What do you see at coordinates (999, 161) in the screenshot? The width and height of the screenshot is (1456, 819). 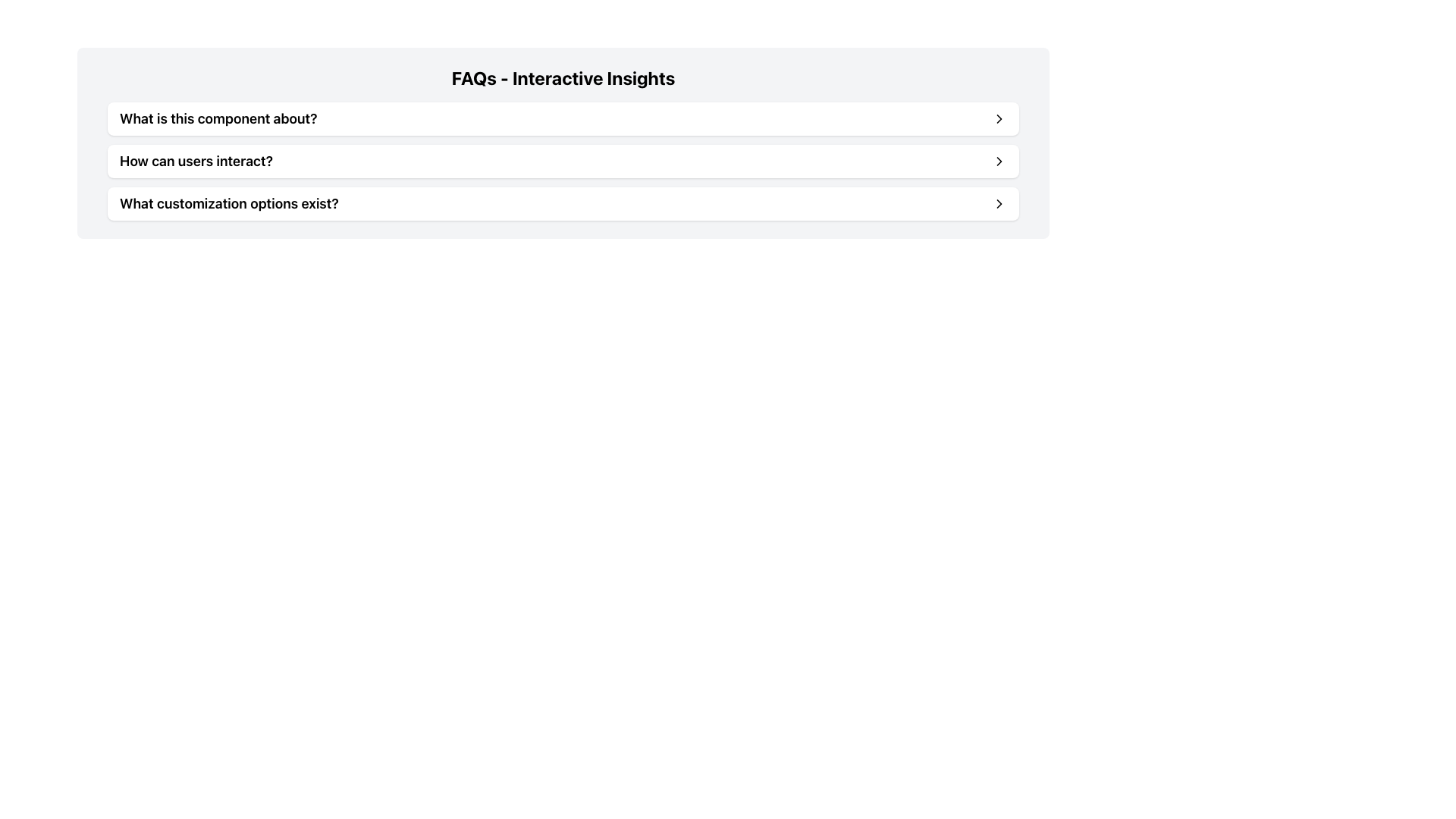 I see `the rightward arrow icon located at the far right side of the row labeled 'How can users interact?'` at bounding box center [999, 161].